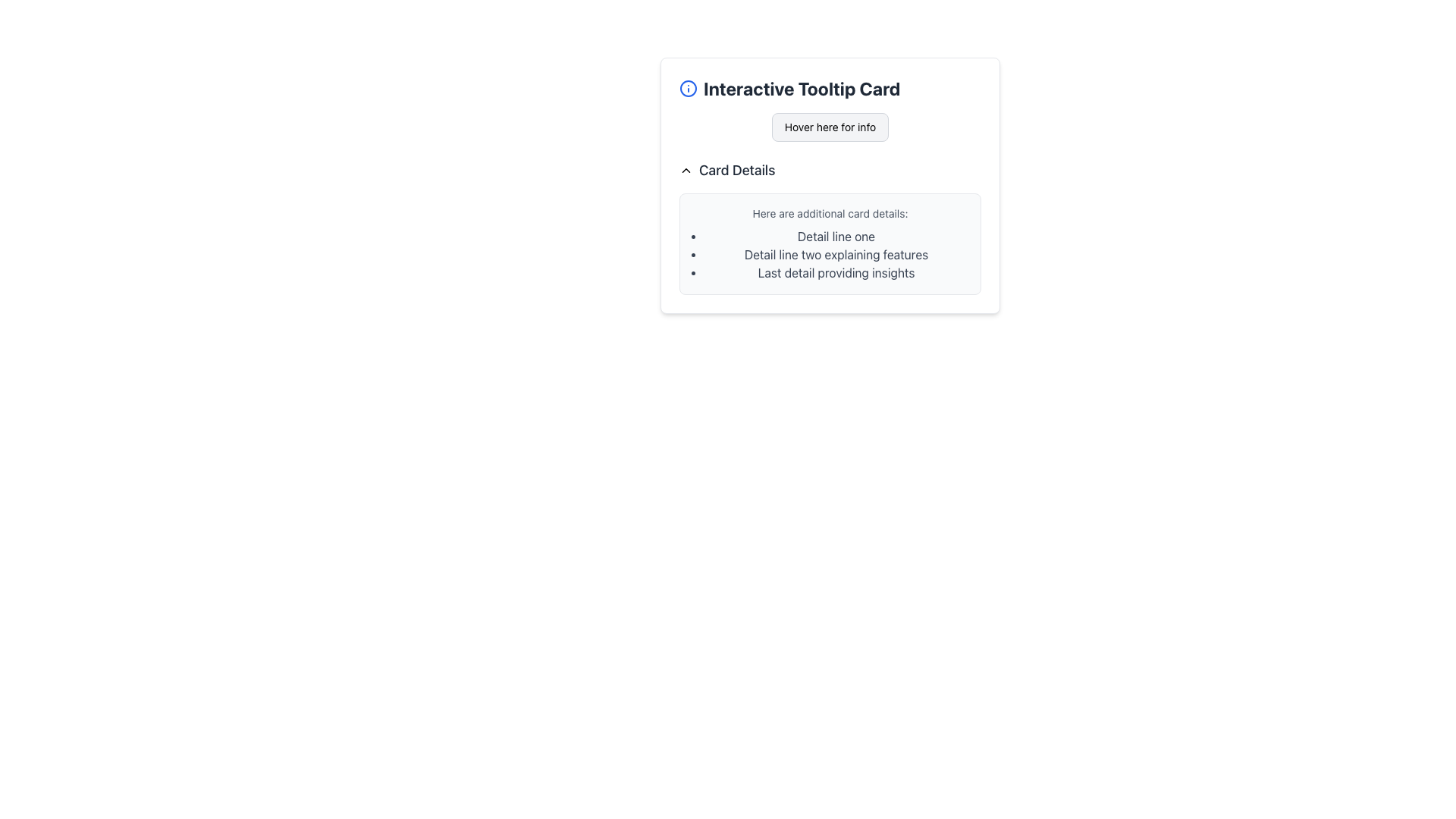  Describe the element at coordinates (829, 253) in the screenshot. I see `the Bullet-point list element containing 'Detail line one', 'Detail line two explaining features', and 'Last detail providing insights' within the 'Card Details' section` at that location.